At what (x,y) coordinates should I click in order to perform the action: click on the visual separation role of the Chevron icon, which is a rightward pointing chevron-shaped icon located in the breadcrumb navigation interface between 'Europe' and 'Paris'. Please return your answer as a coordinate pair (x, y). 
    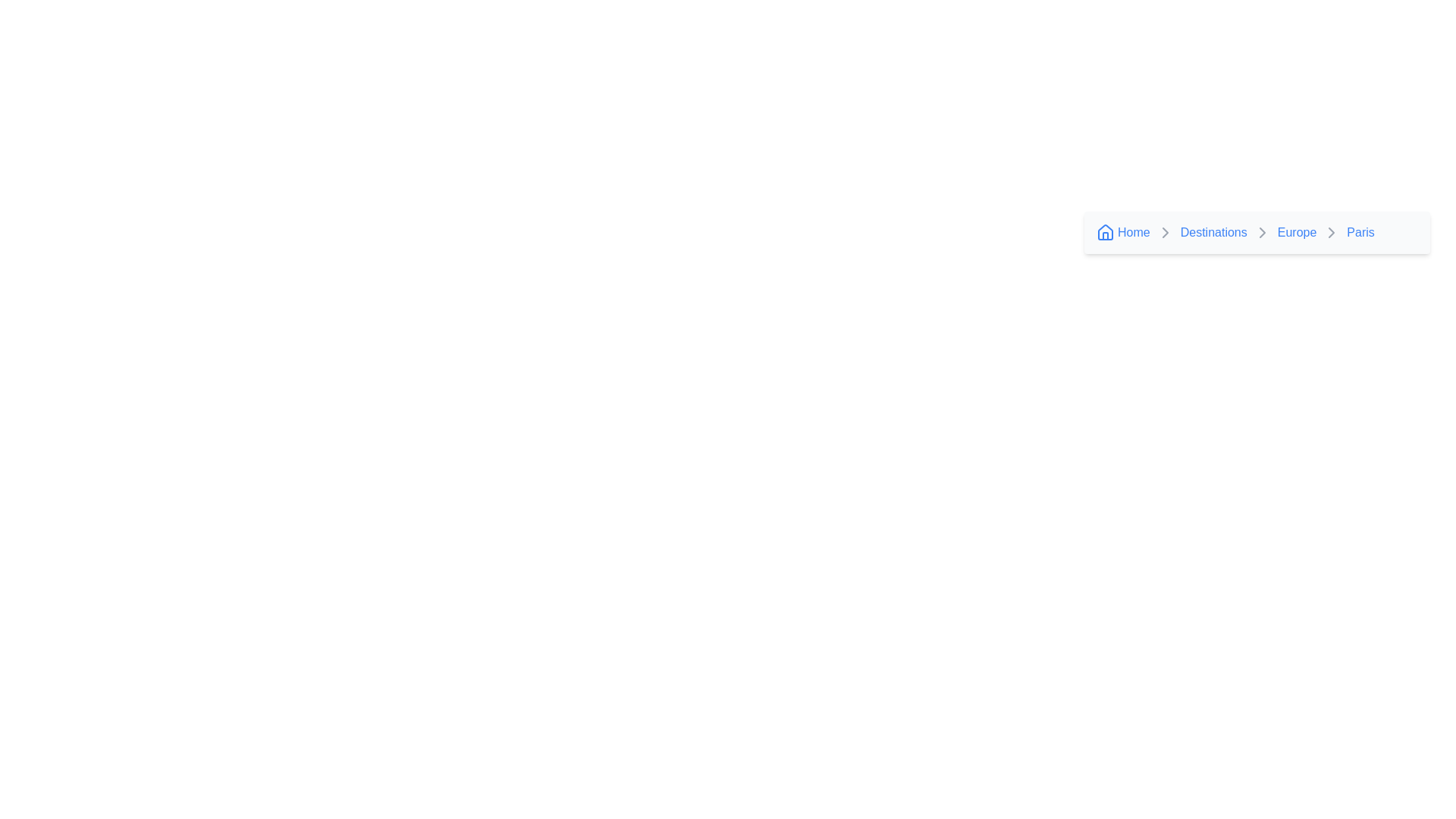
    Looking at the image, I should click on (1331, 233).